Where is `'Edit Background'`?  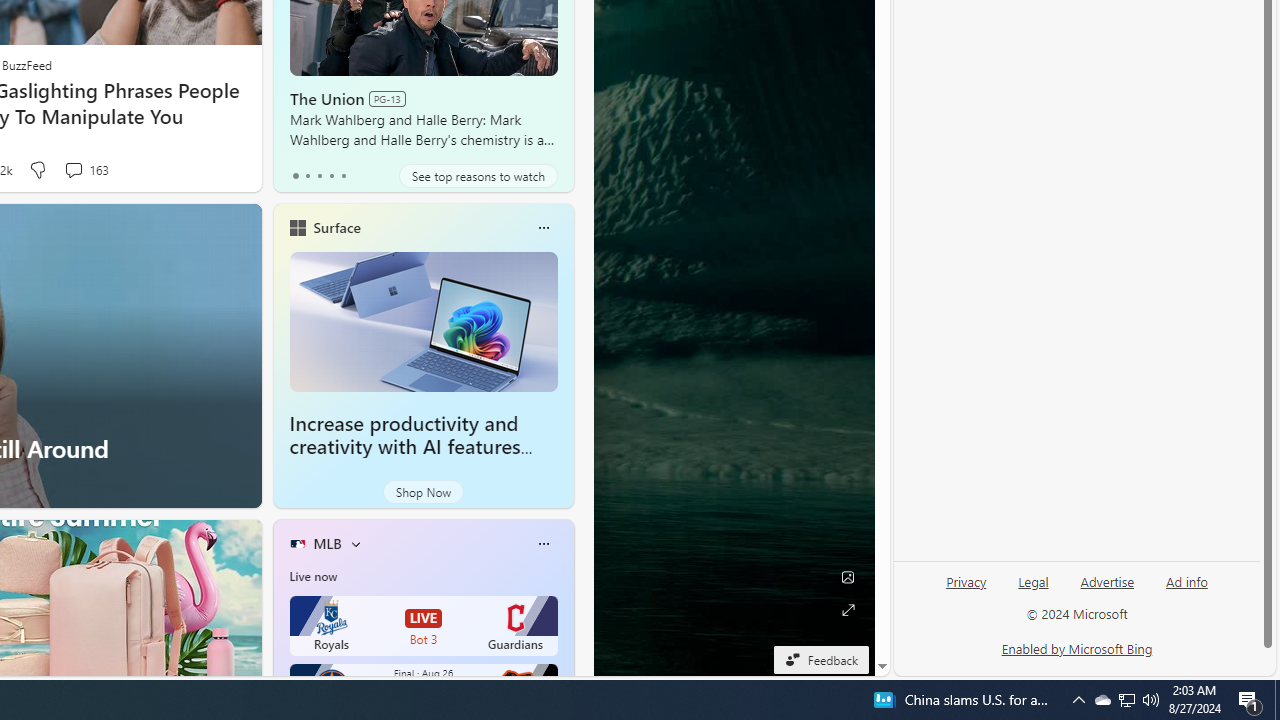
'Edit Background' is located at coordinates (848, 577).